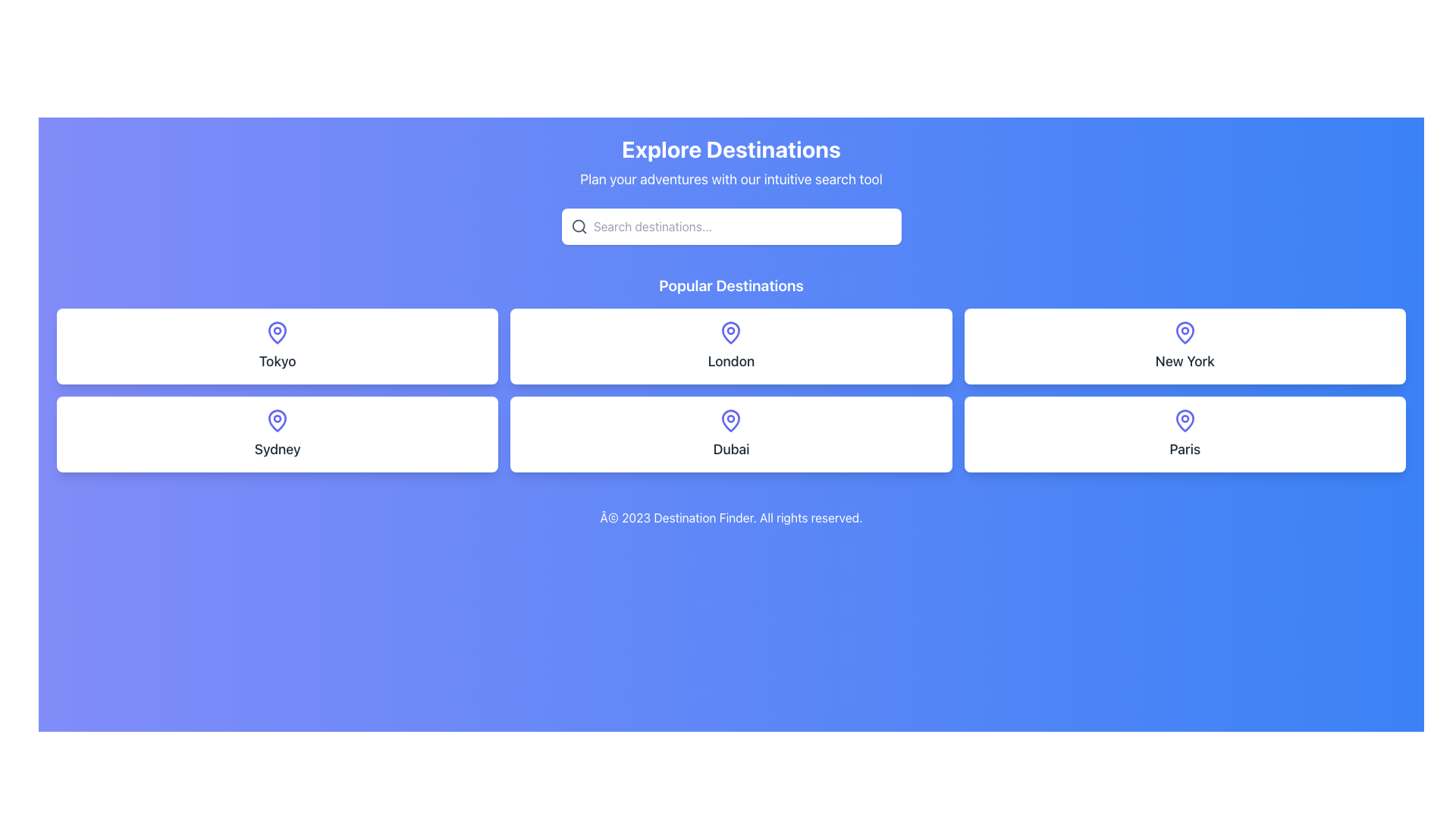 The height and width of the screenshot is (819, 1456). I want to click on the first selectable card tile for the destination 'Tokyo' in the destination selection interface, so click(278, 346).